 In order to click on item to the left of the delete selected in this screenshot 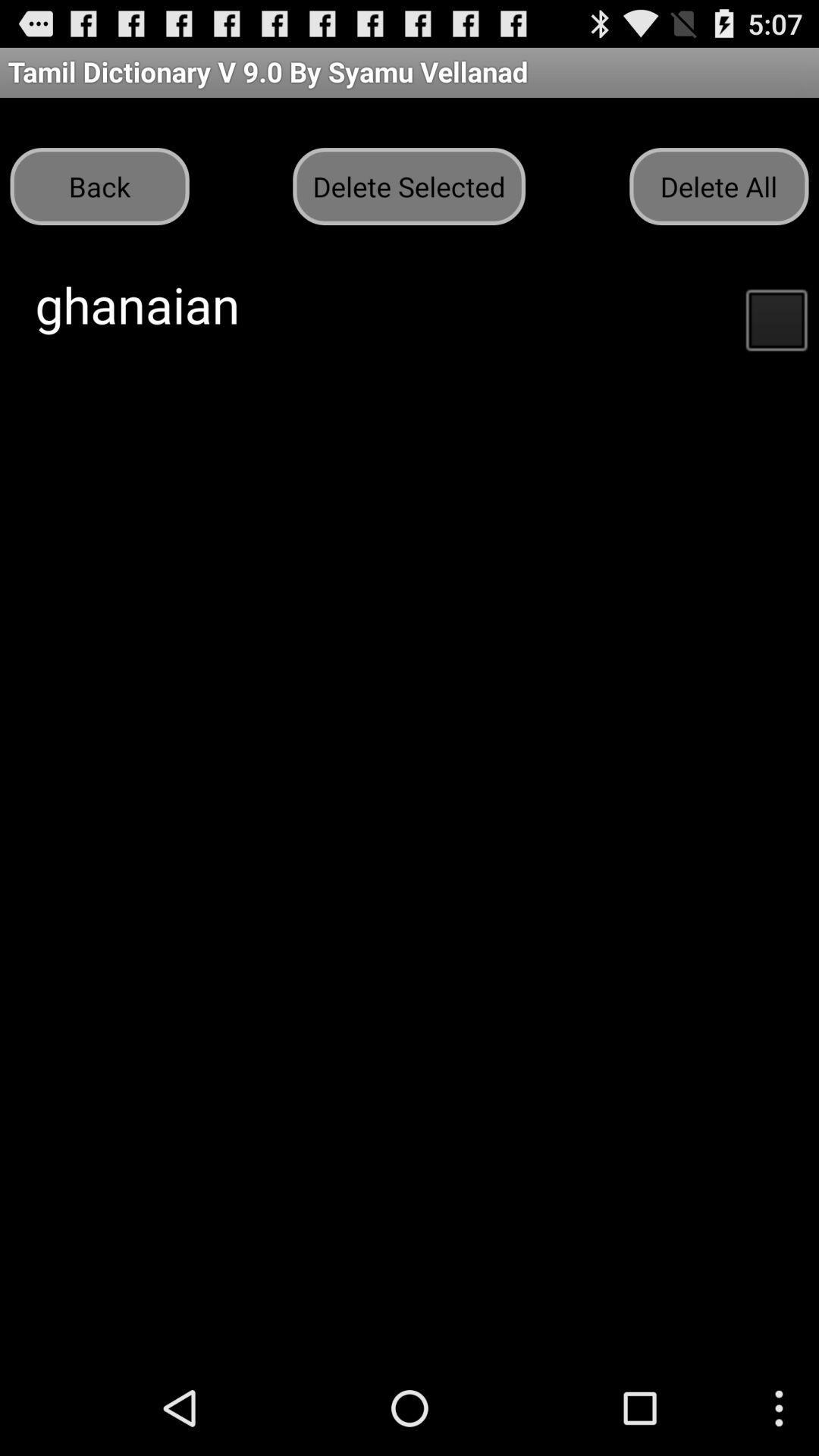, I will do `click(99, 185)`.